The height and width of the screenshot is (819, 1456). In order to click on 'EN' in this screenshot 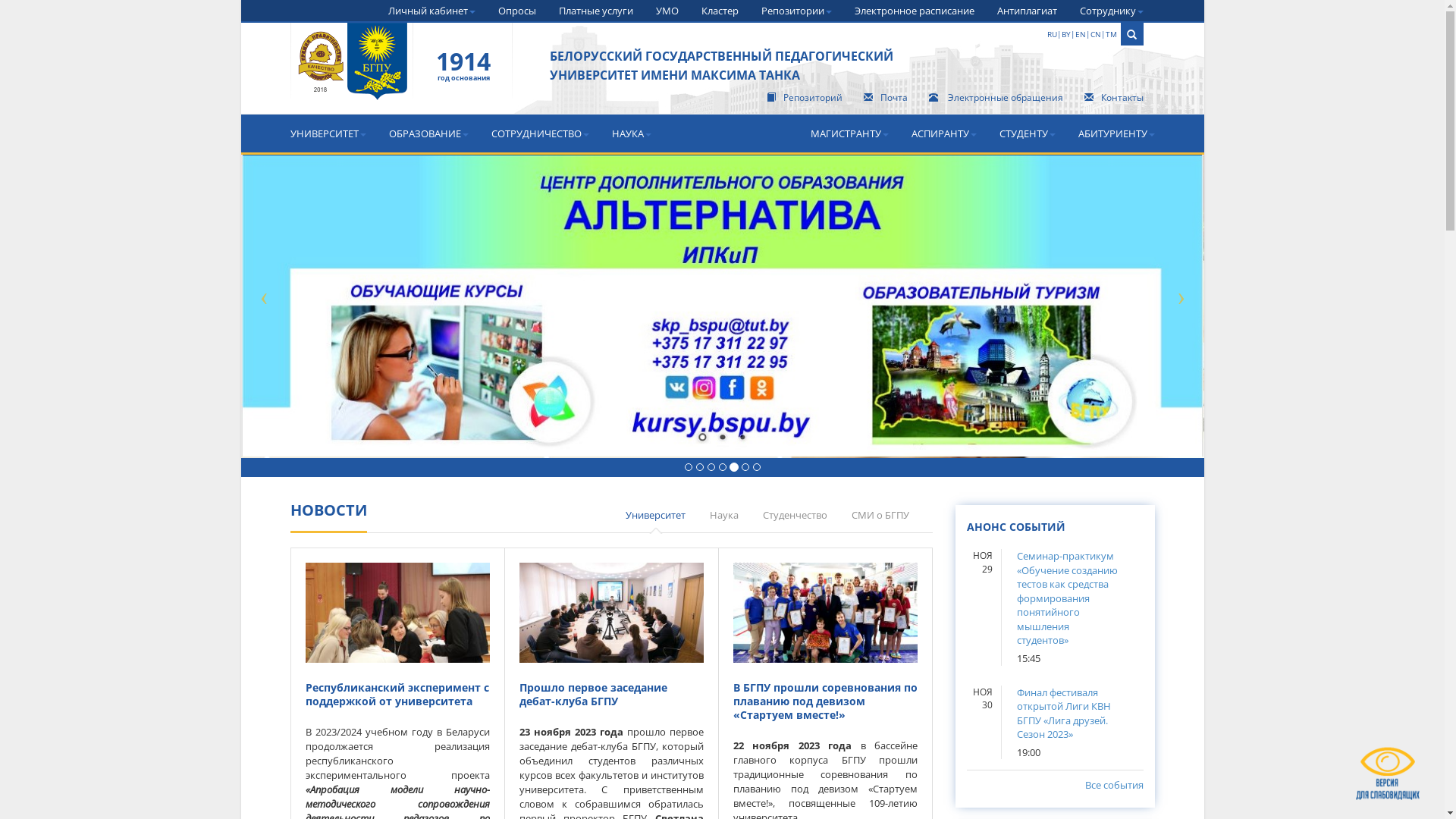, I will do `click(1080, 34)`.